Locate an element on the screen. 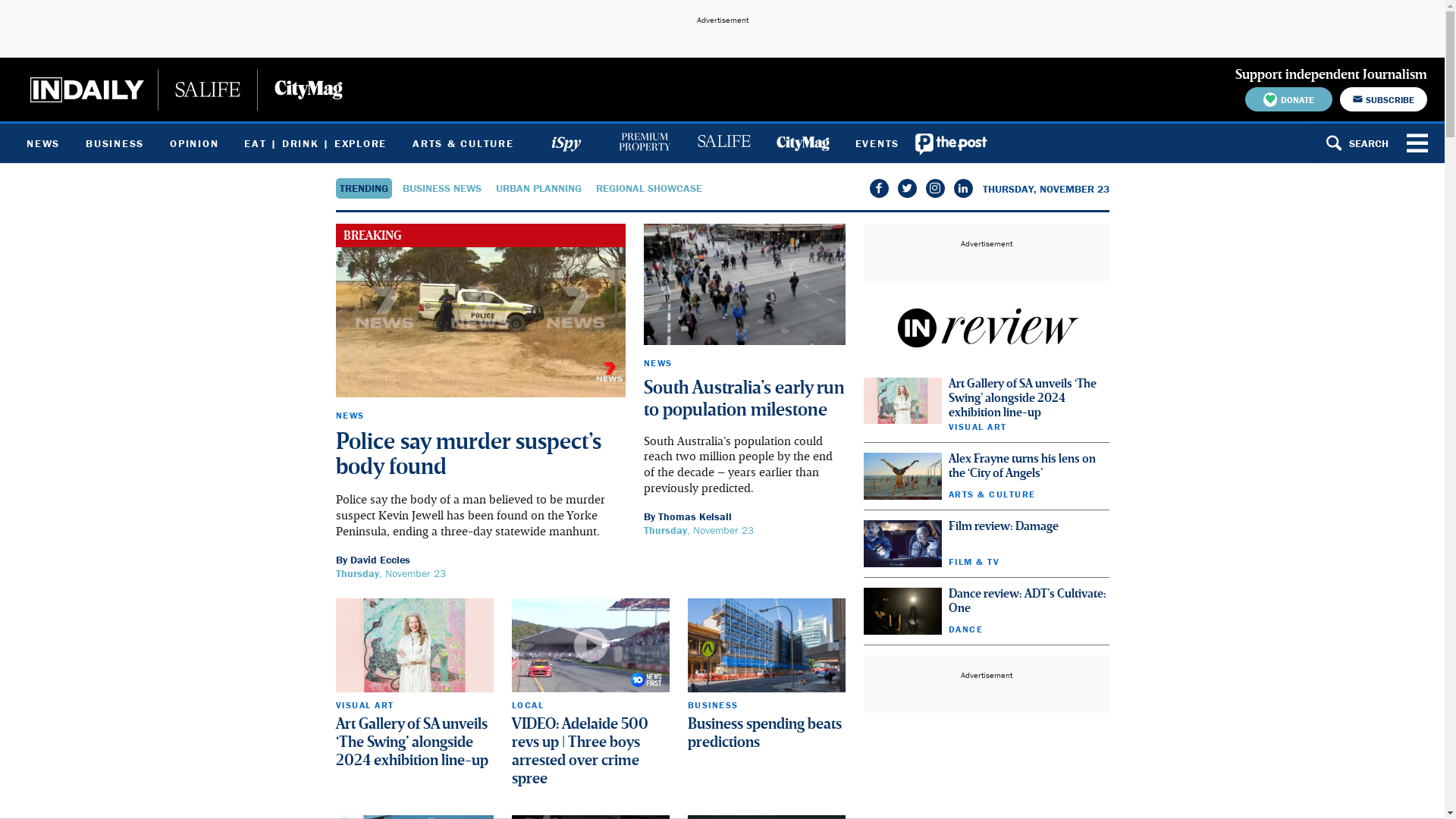  'SUBSCRIBE' is located at coordinates (1383, 99).